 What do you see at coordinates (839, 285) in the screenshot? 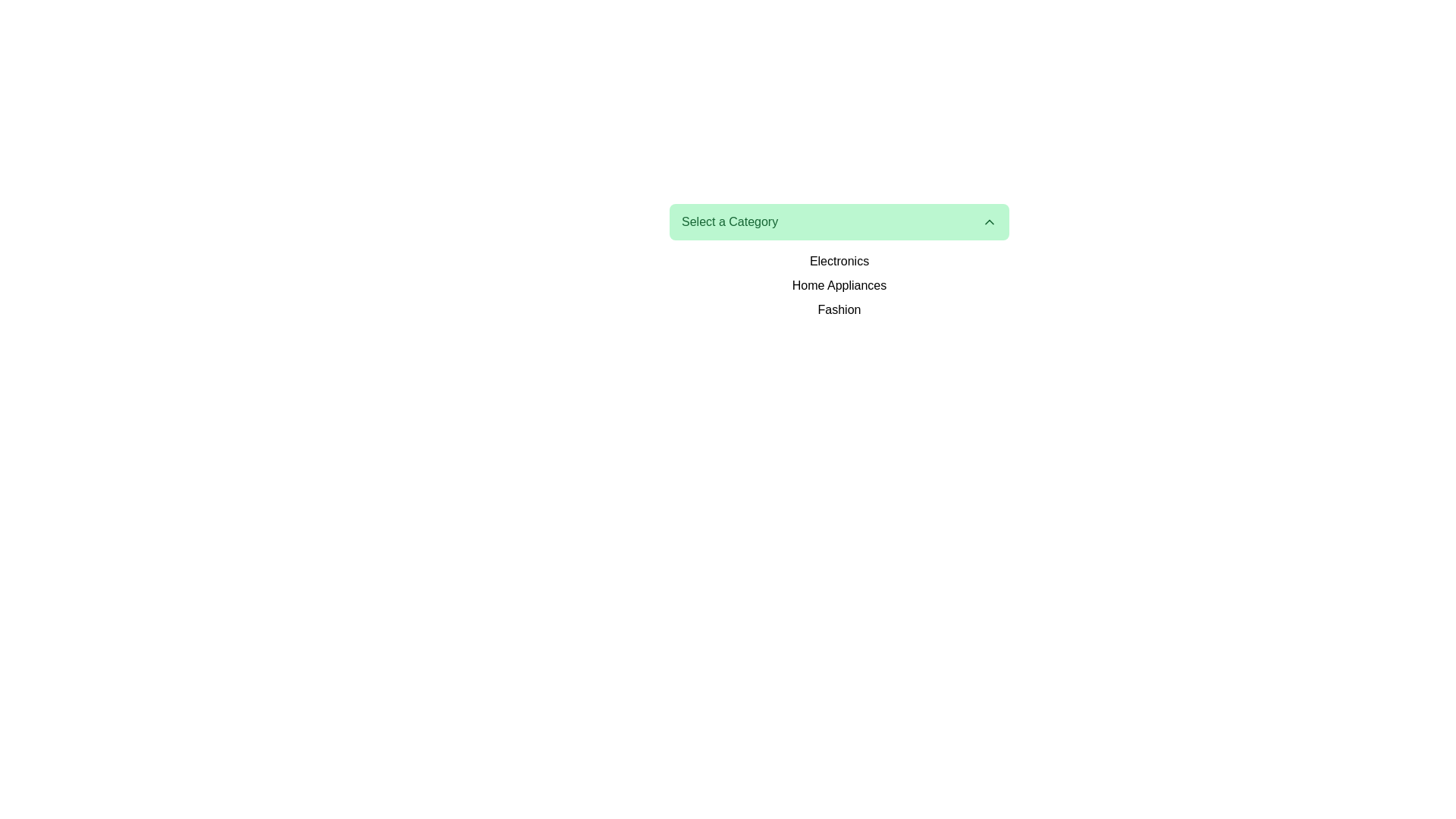
I see `the 'Home Appliances' text label, which is styled in black font on a white background, positioned below 'Electronics' and above 'Fashion' in a vertical dropdown menu` at bounding box center [839, 285].